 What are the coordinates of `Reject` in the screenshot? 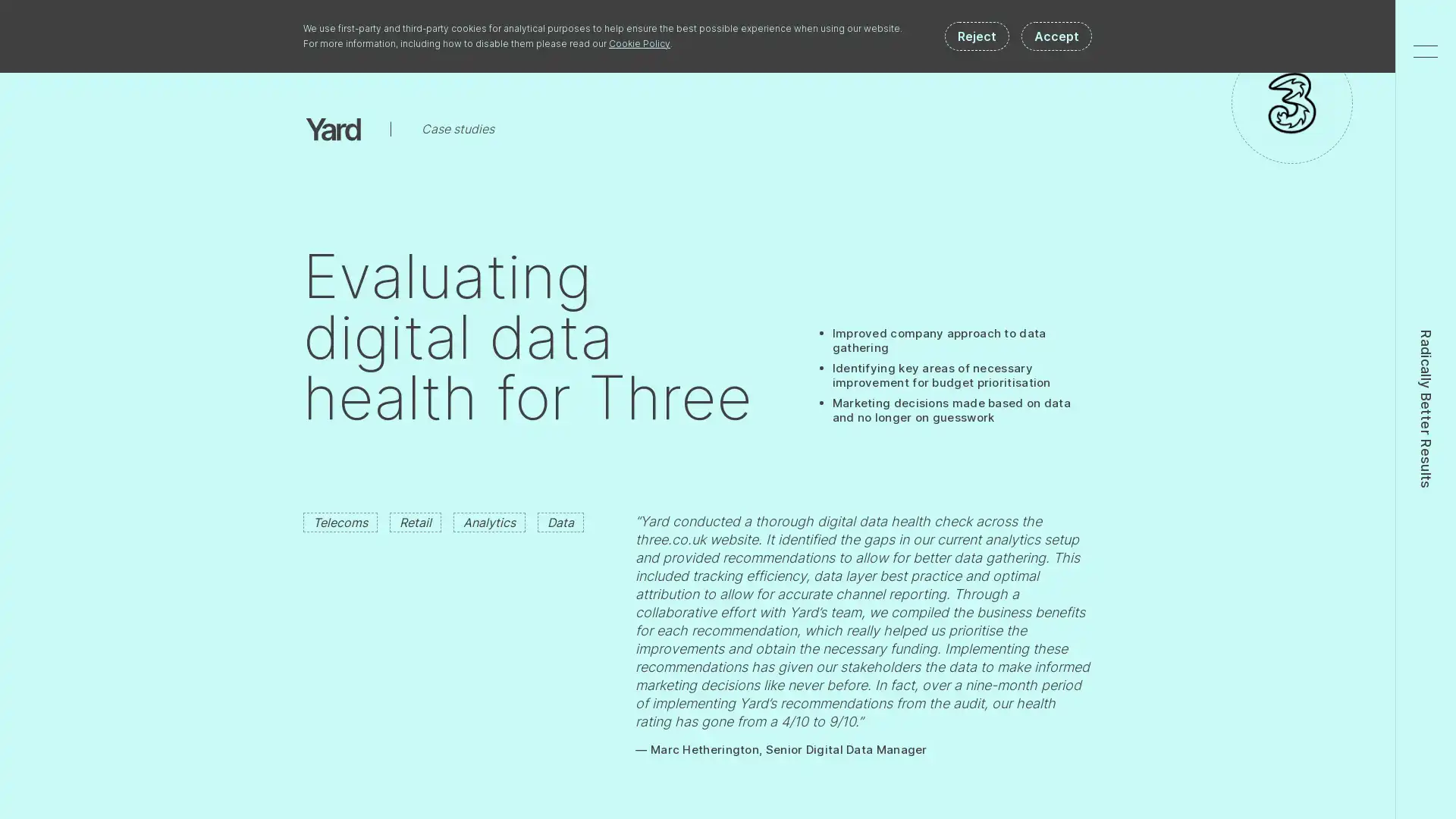 It's located at (977, 35).